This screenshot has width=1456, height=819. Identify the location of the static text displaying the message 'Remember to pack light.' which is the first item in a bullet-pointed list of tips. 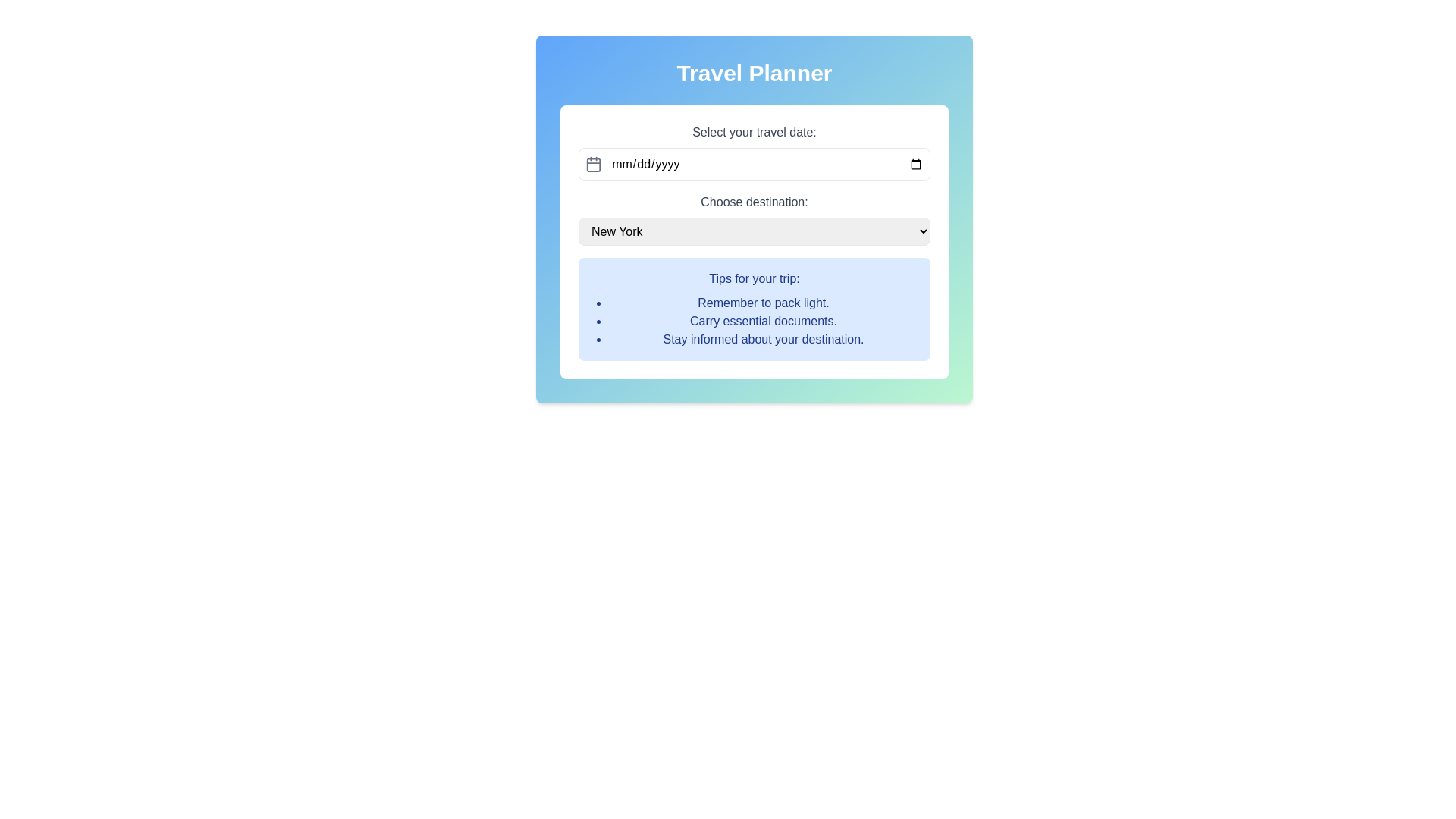
(764, 303).